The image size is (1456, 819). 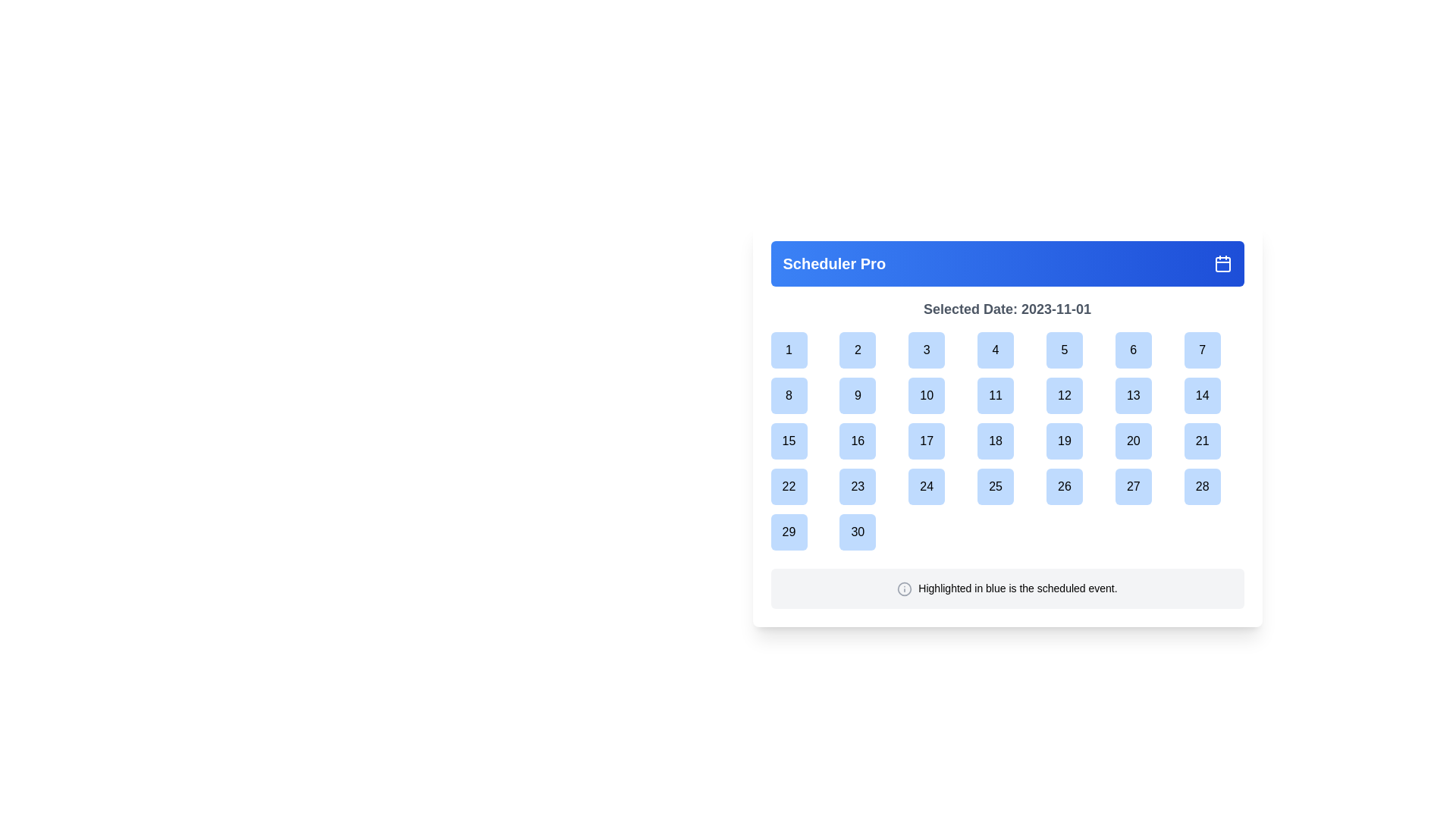 What do you see at coordinates (789, 486) in the screenshot?
I see `the squared button with a light blue background and the number '22' displayed in black font` at bounding box center [789, 486].